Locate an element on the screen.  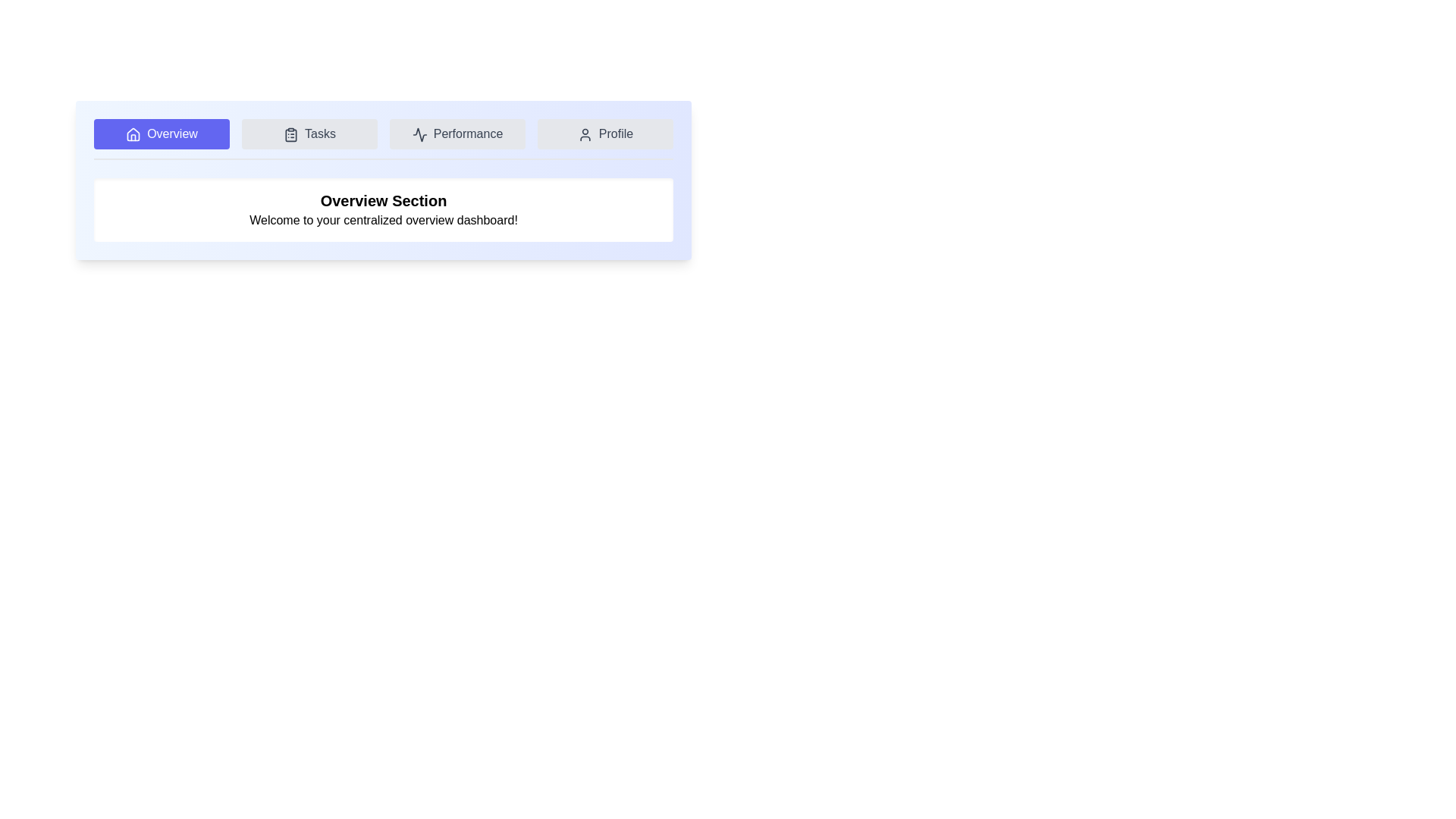
the 'Overview Section' informational block with a white background, bold header, and rounded corners, which is located below the navigation bar is located at coordinates (383, 210).